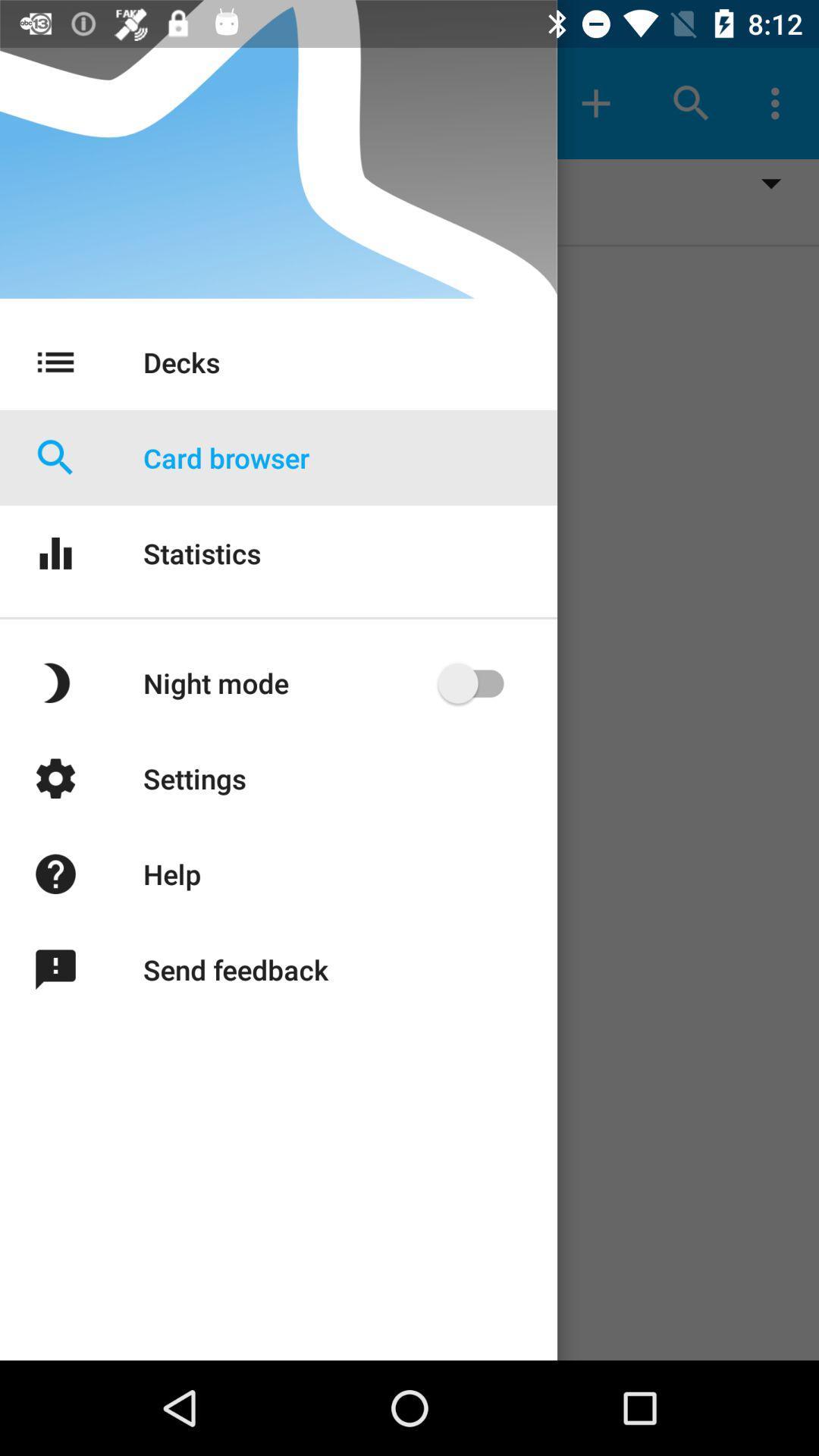 The image size is (819, 1456). I want to click on the search icon at top right of the page, so click(691, 103).